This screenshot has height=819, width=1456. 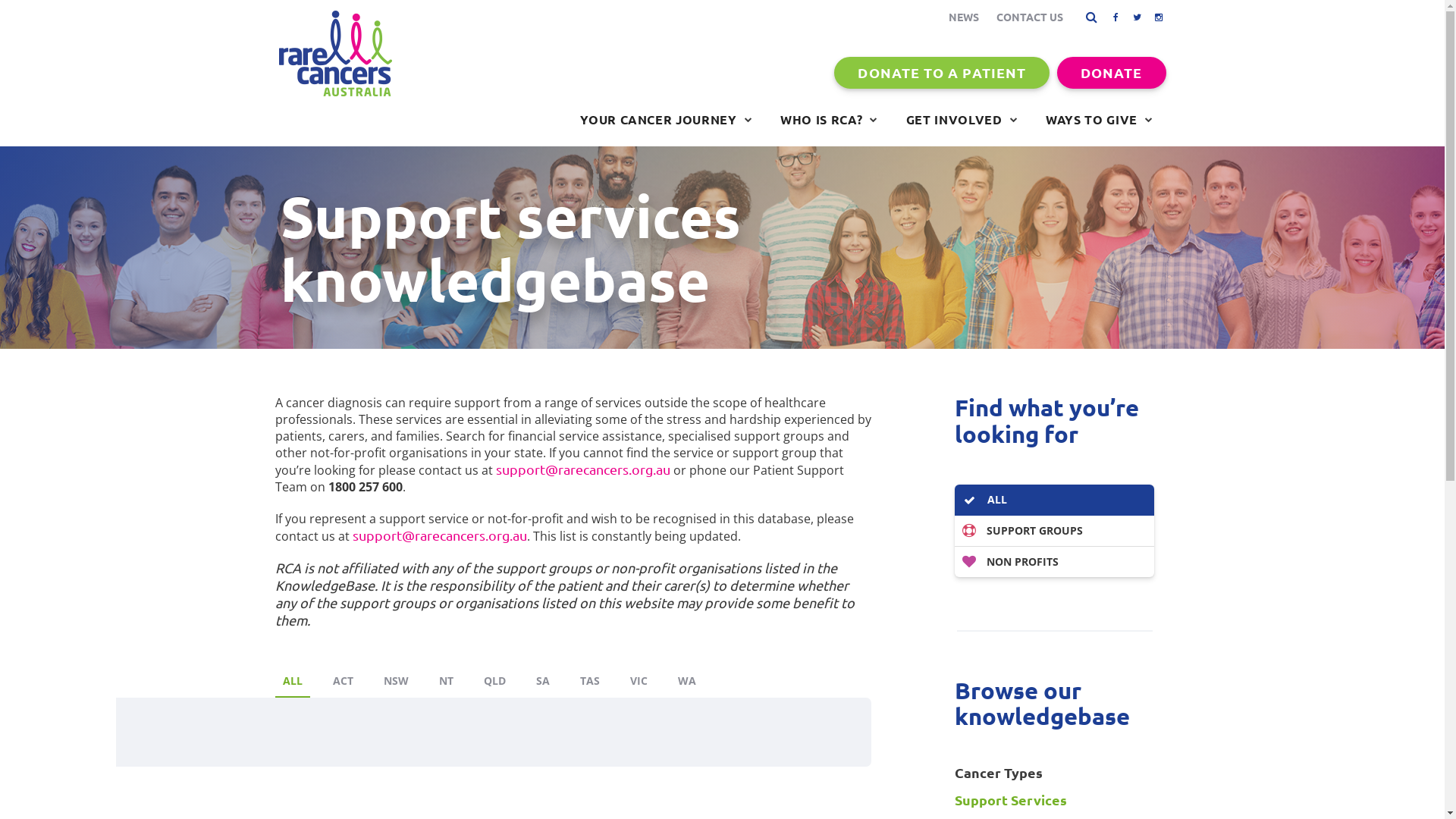 I want to click on 'GET INVOLVED', so click(x=961, y=119).